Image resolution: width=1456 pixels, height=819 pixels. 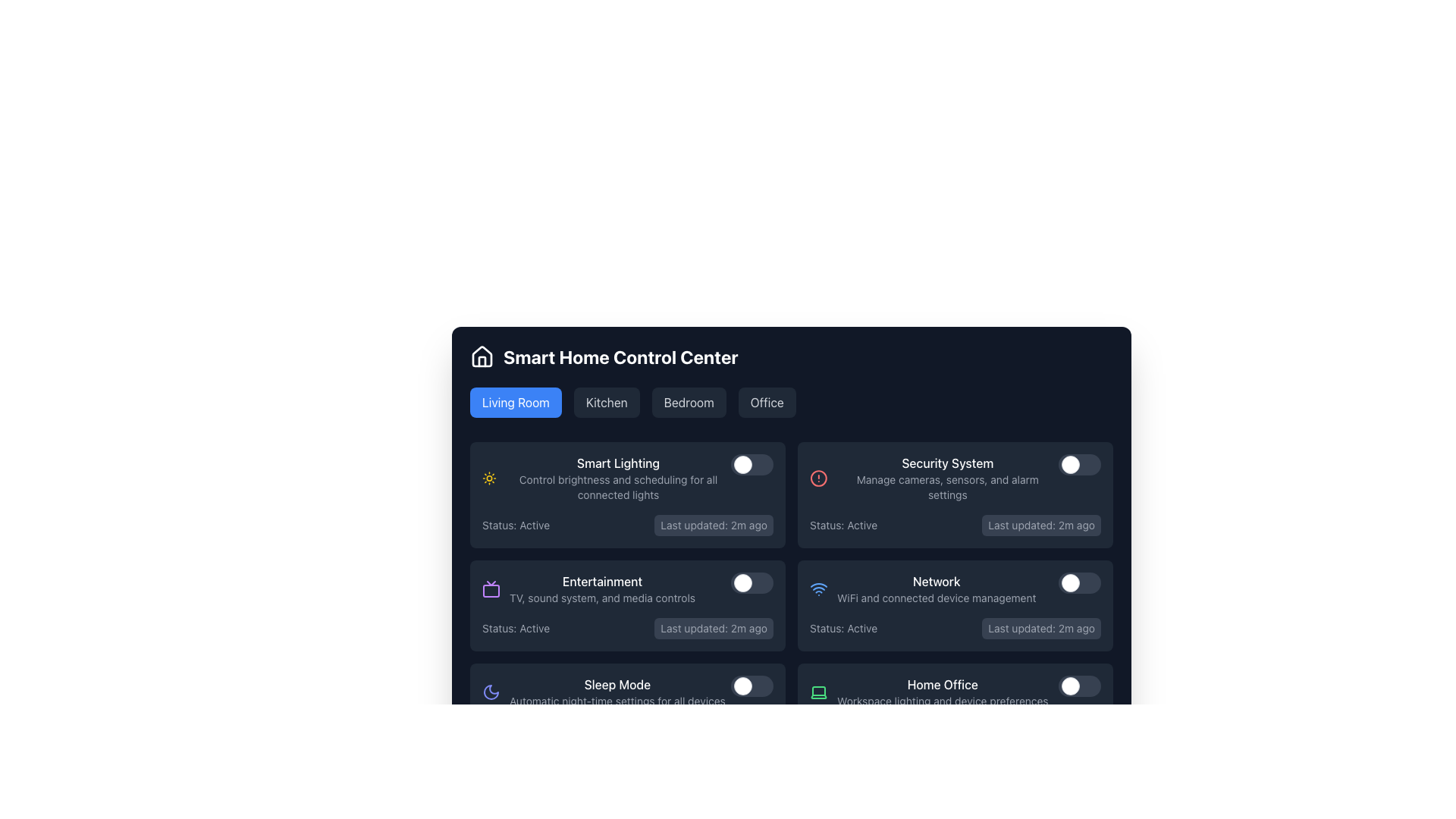 What do you see at coordinates (946, 462) in the screenshot?
I see `the static text label displaying 'Security System' in white font on a dark background, which is positioned near the top-right area of the interface` at bounding box center [946, 462].